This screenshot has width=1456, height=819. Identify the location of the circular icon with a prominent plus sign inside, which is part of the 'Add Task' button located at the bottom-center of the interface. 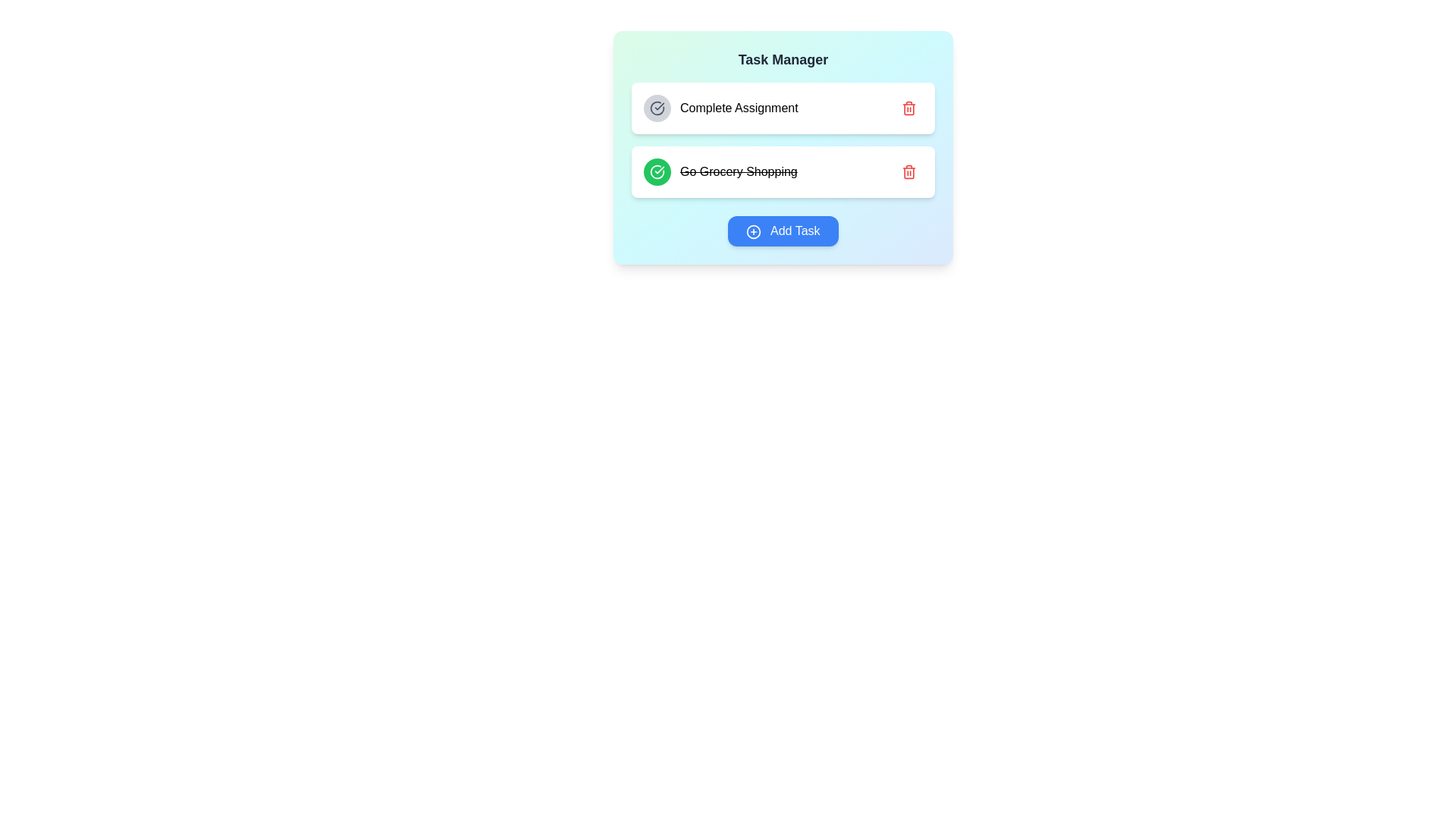
(754, 231).